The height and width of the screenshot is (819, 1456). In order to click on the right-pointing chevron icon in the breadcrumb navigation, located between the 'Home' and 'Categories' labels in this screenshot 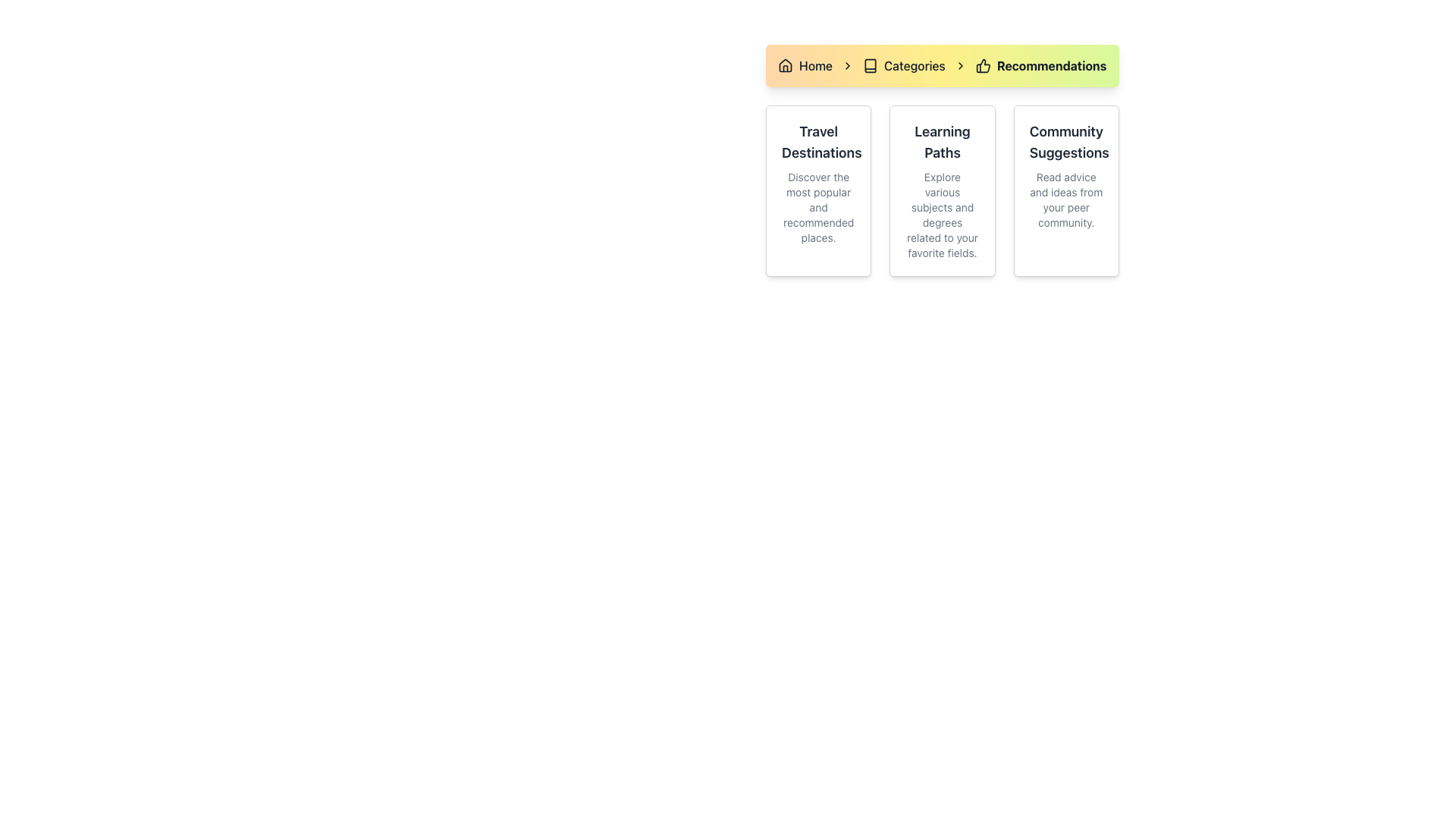, I will do `click(847, 65)`.